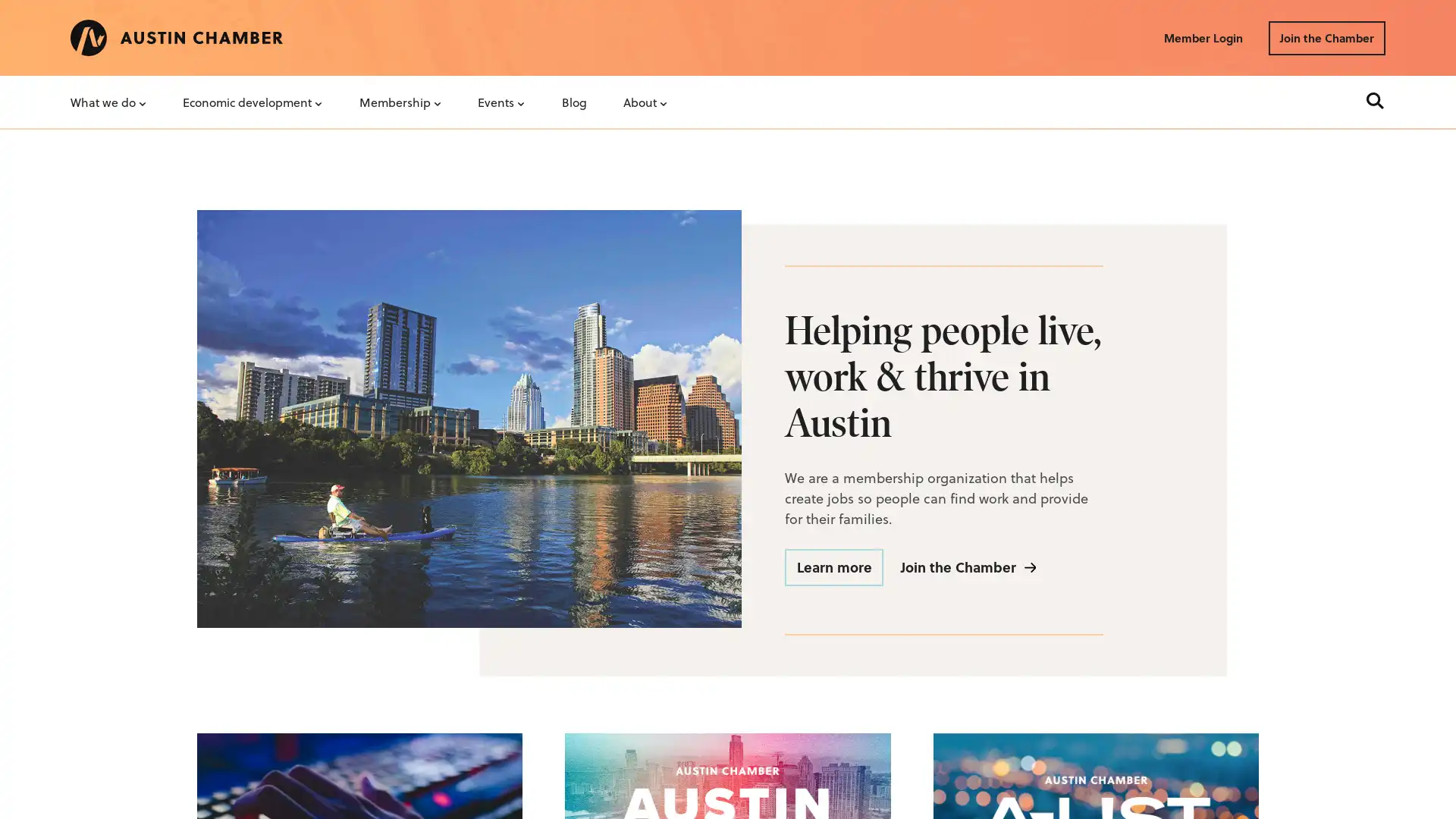 This screenshot has width=1456, height=819. I want to click on Search, so click(1375, 102).